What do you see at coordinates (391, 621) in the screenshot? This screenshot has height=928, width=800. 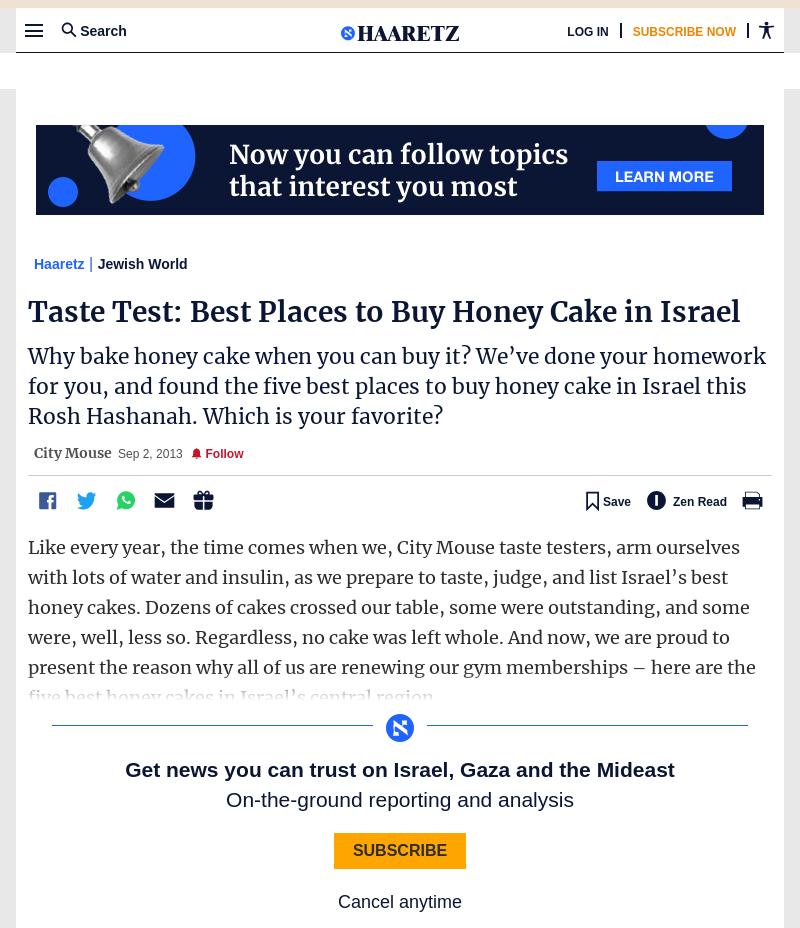 I see `'Like every year, the time comes when we, City Mouse taste testers, arm ourselves with lots of water and insulin, as we prepare to taste, judge, and list Israel’s best honey cakes. Dozens of cakes crossed our table, some were outstanding, and some were, well, less so. Regardless, no cake was left whole. And now, we are proud to present the reason why all of us are renewing our gym memberships – here are the five best honey cakes in Israel’s central region.'` at bounding box center [391, 621].